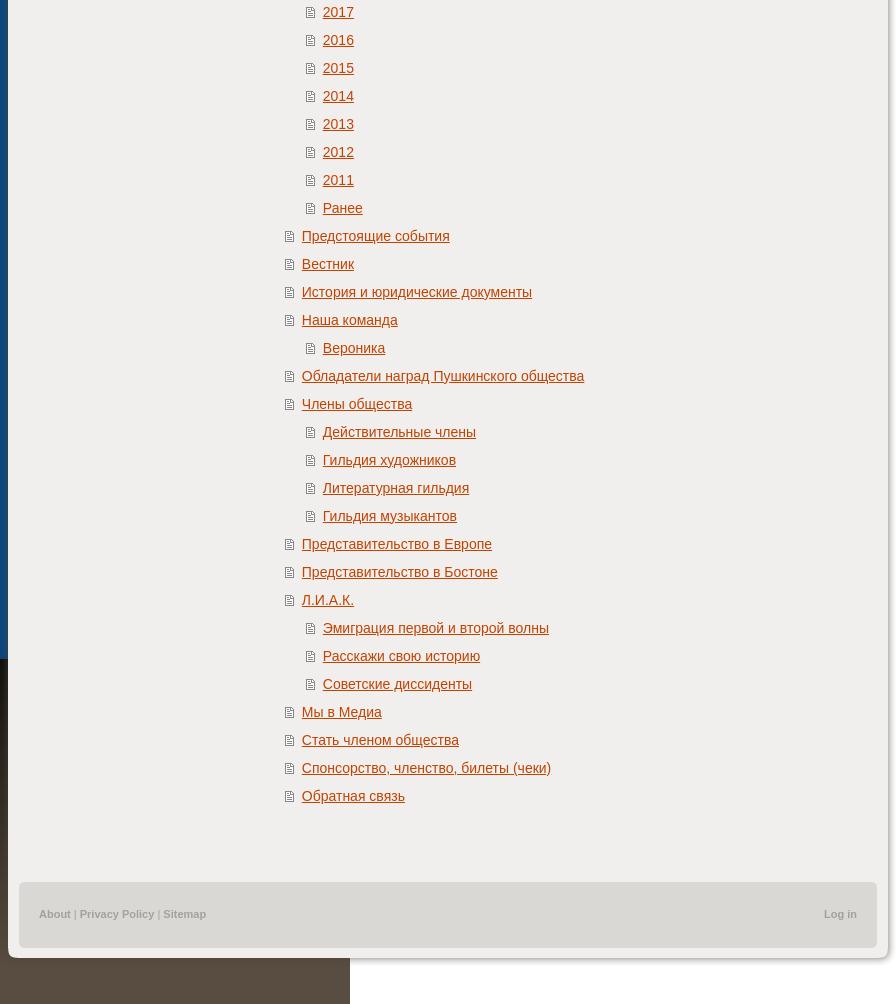 The height and width of the screenshot is (1004, 896). What do you see at coordinates (337, 122) in the screenshot?
I see `'2013'` at bounding box center [337, 122].